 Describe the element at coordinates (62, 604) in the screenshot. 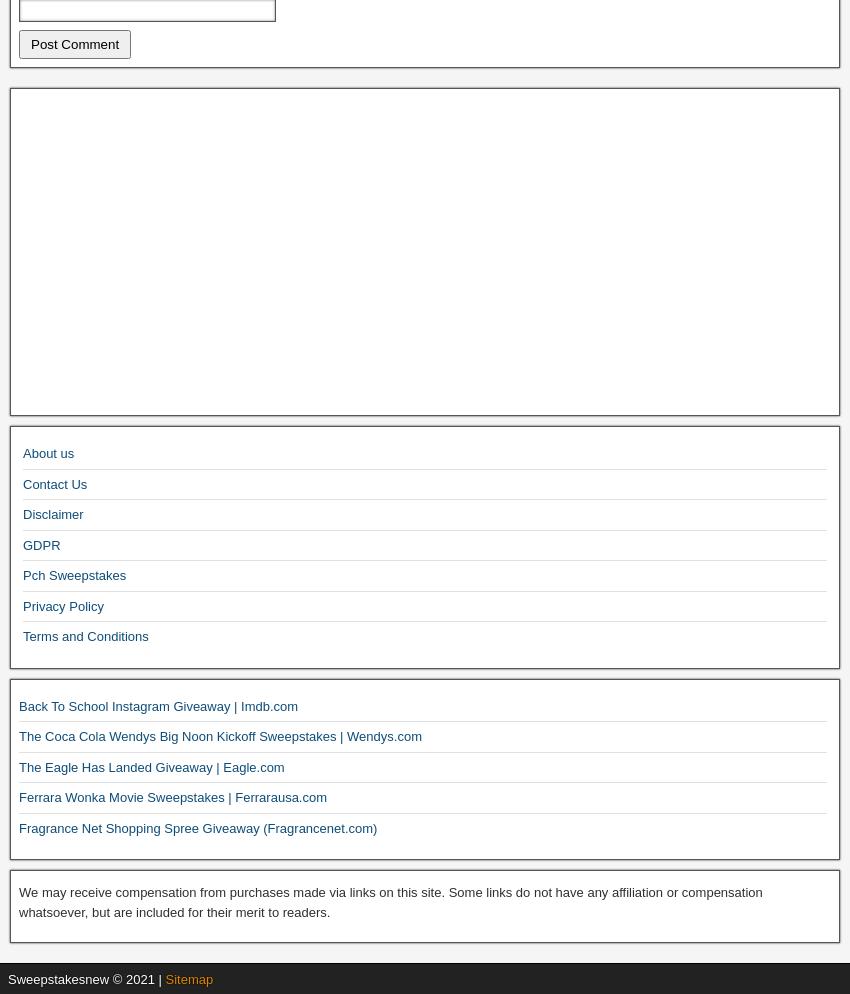

I see `'Privacy Policy'` at that location.